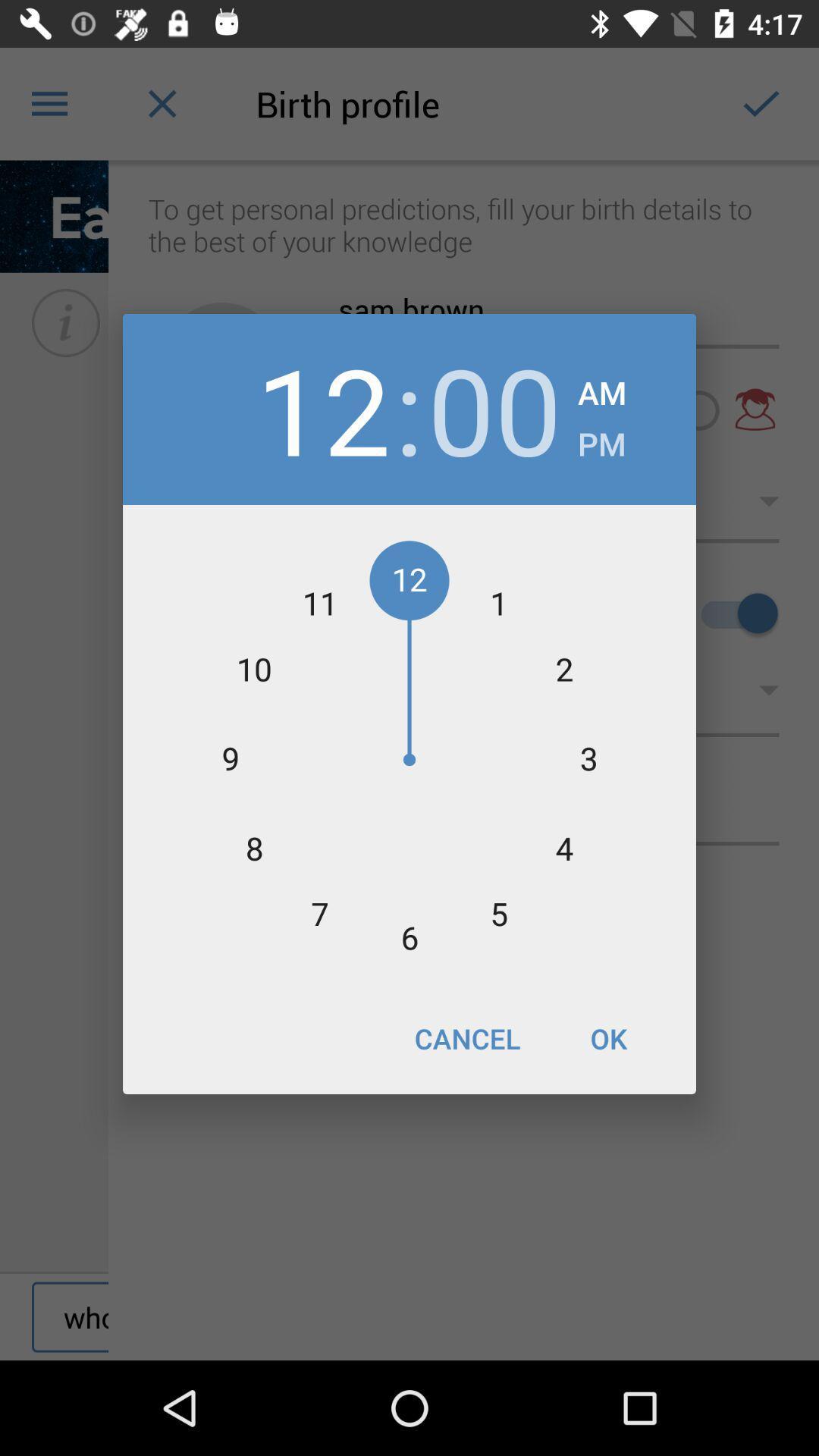  I want to click on icon next to cancel icon, so click(607, 1037).